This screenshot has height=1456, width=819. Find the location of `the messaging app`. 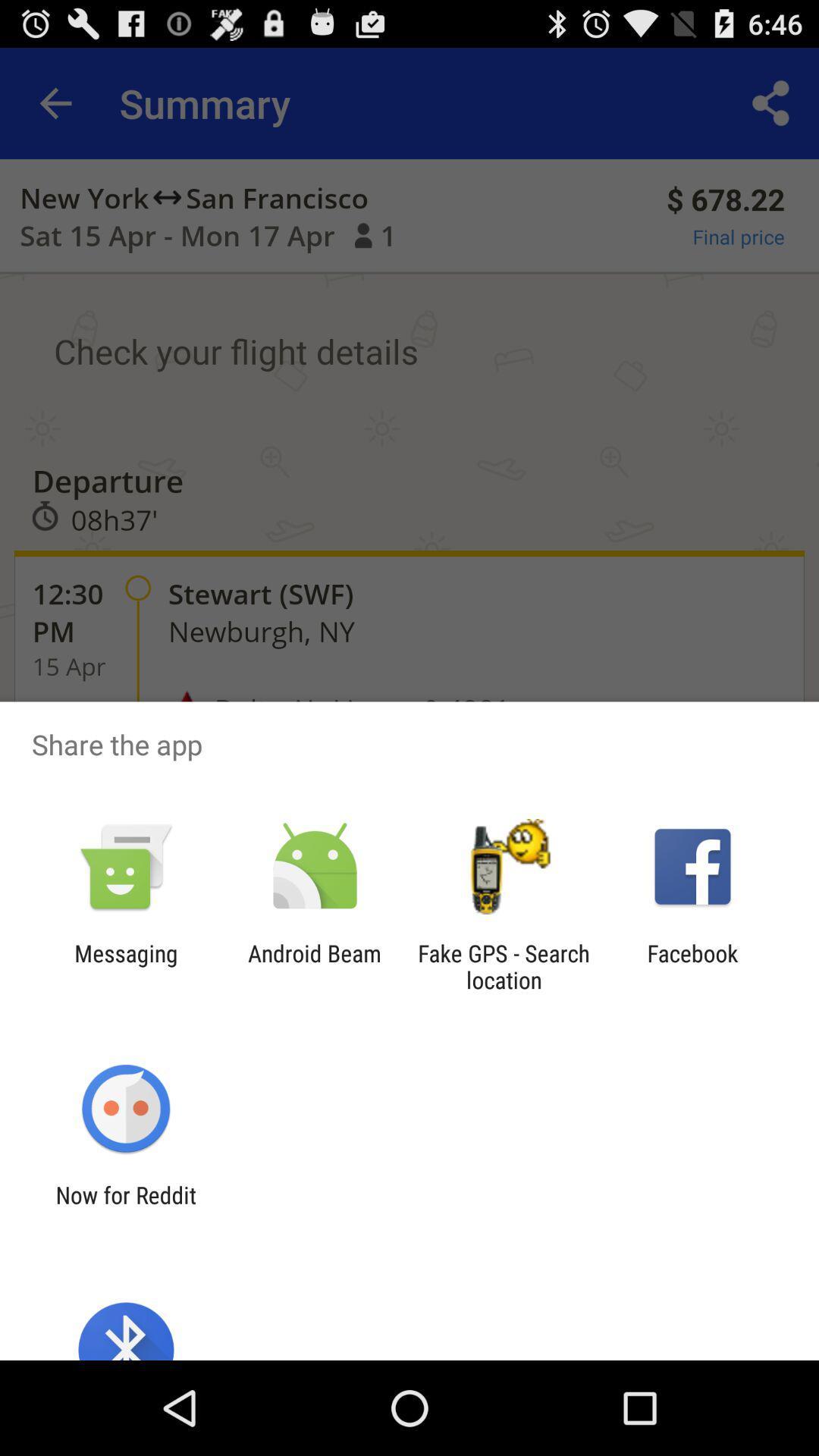

the messaging app is located at coordinates (125, 966).